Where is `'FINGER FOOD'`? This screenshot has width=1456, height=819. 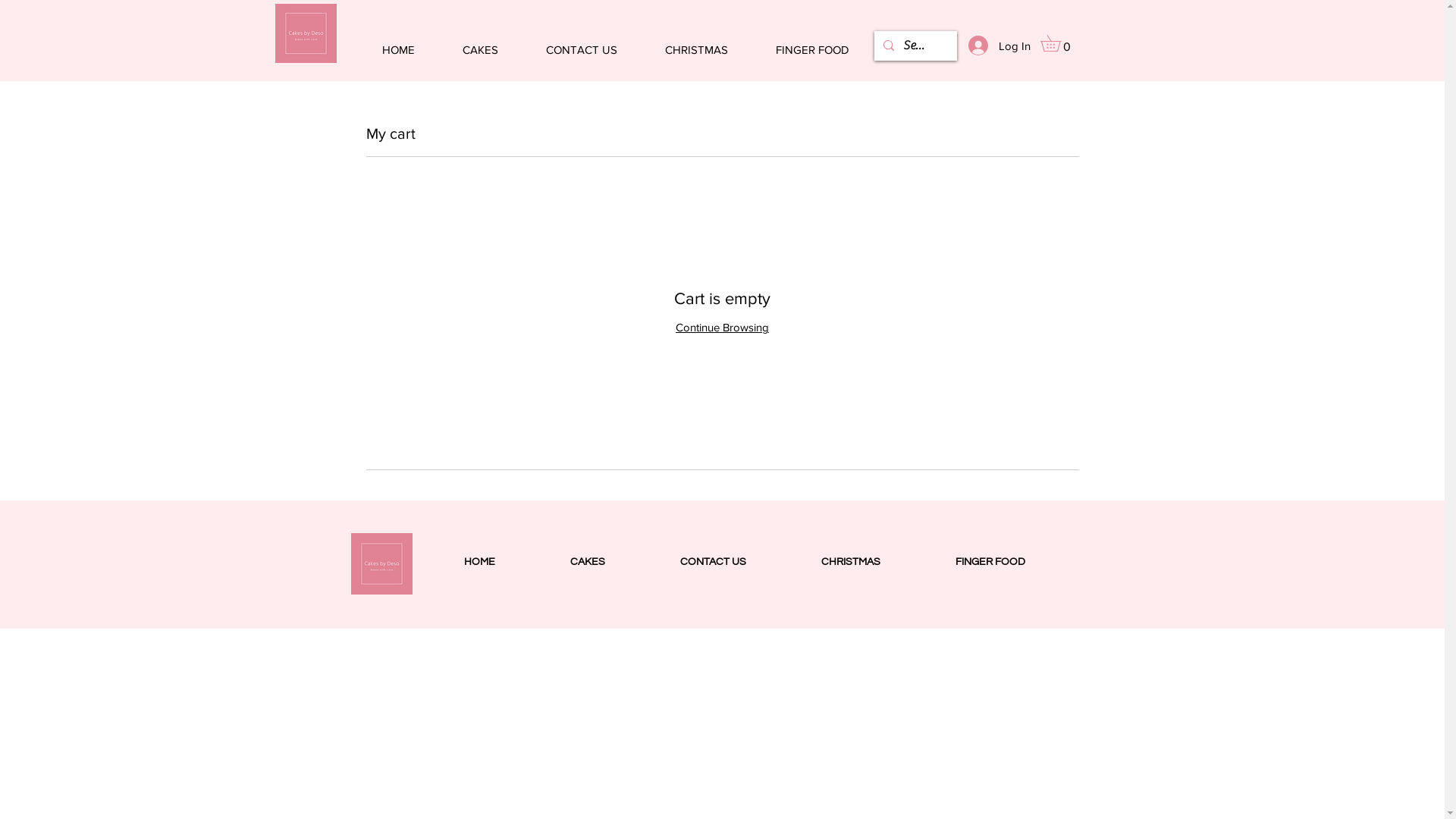 'FINGER FOOD' is located at coordinates (990, 561).